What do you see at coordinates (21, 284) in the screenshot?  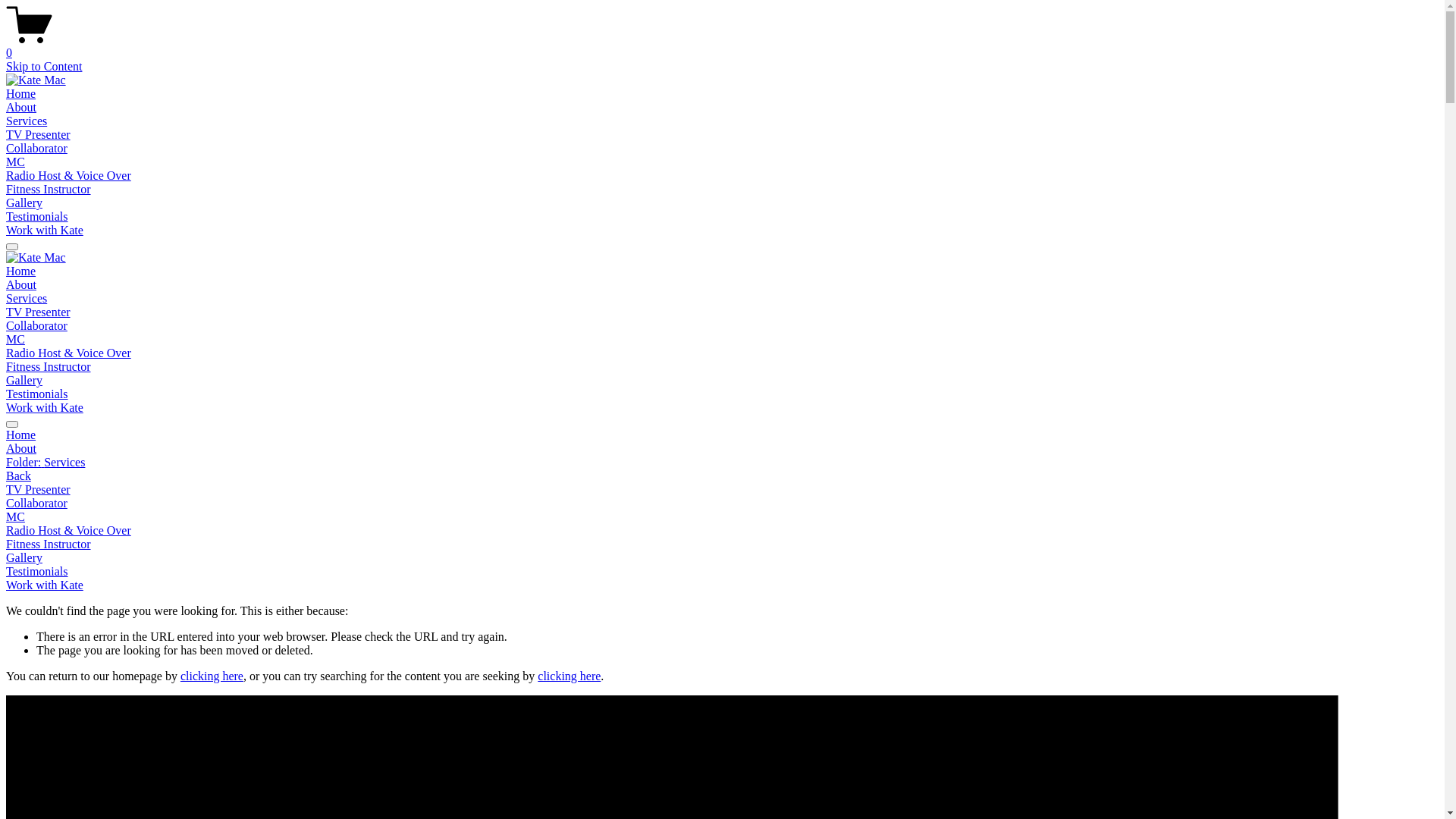 I see `'About'` at bounding box center [21, 284].